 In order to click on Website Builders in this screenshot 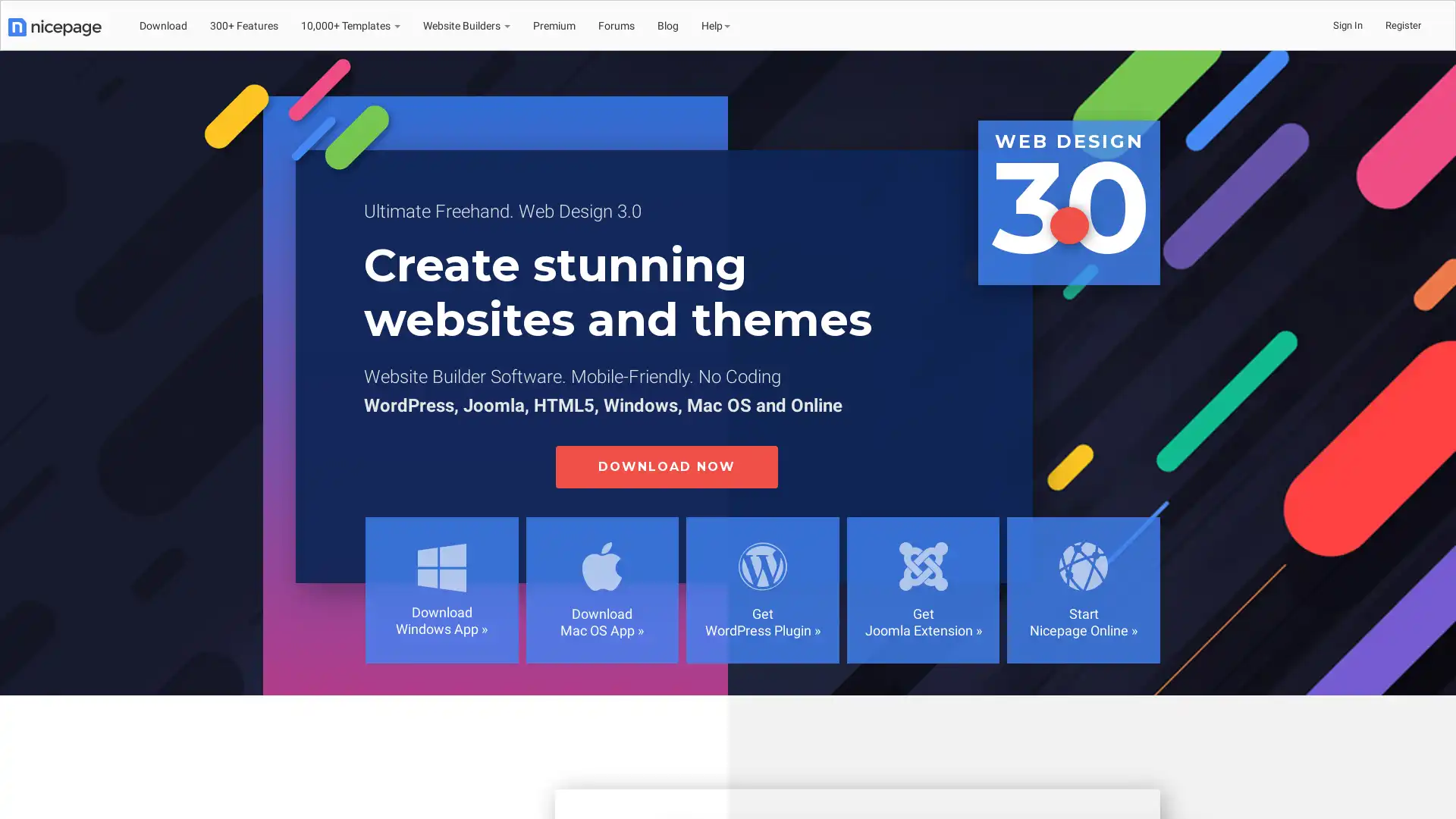, I will do `click(466, 26)`.